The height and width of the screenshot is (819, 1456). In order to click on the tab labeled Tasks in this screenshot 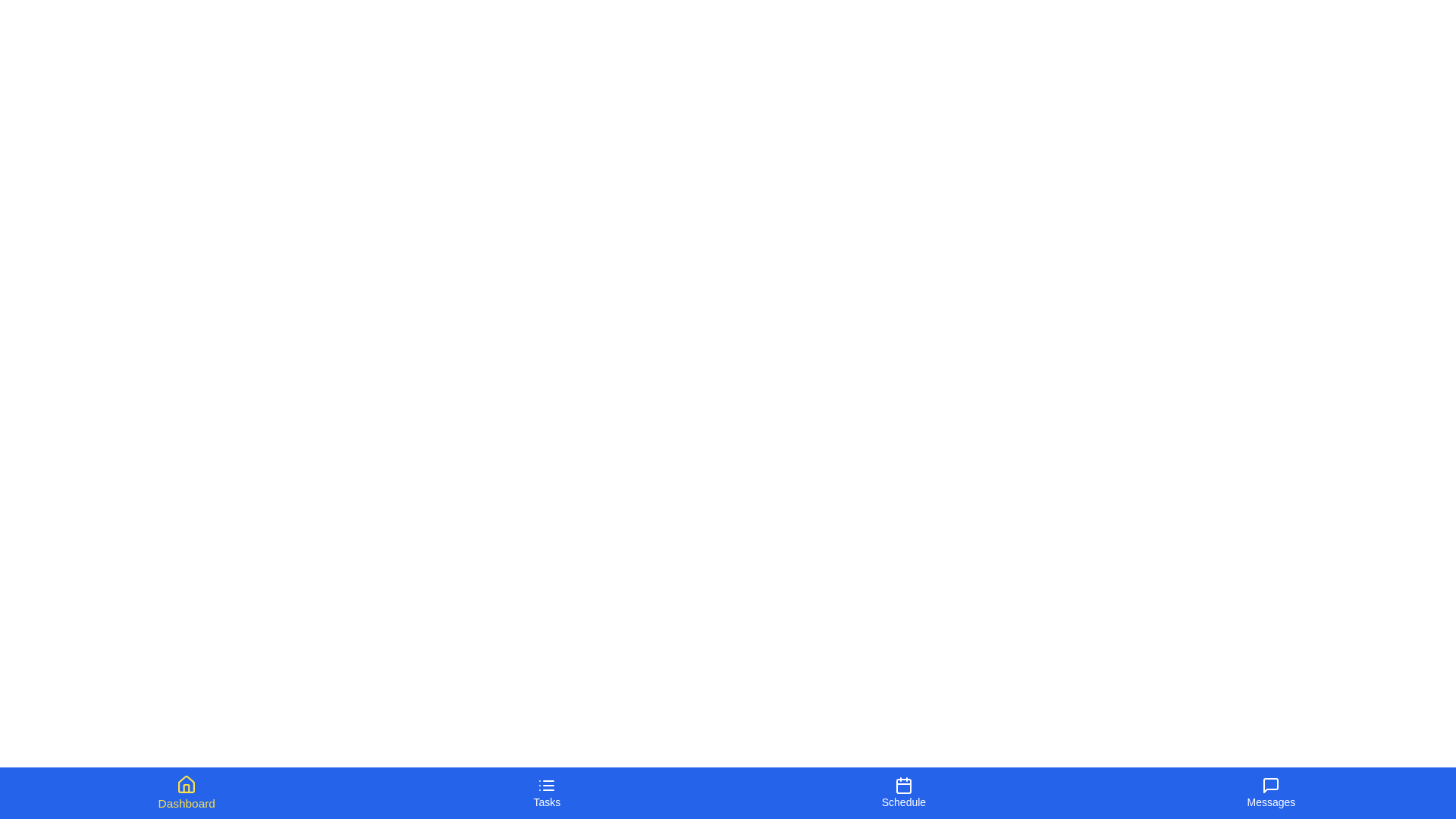, I will do `click(546, 792)`.